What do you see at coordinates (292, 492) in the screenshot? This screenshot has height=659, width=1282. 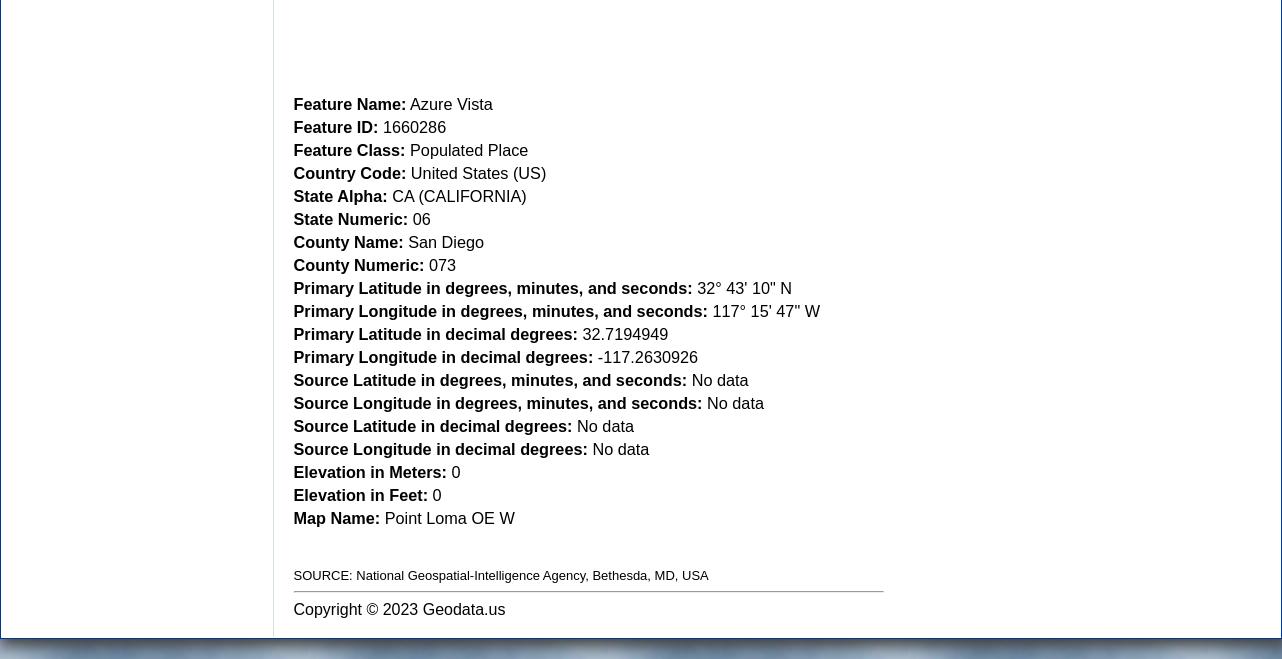 I see `'Elevation in Feet:'` at bounding box center [292, 492].